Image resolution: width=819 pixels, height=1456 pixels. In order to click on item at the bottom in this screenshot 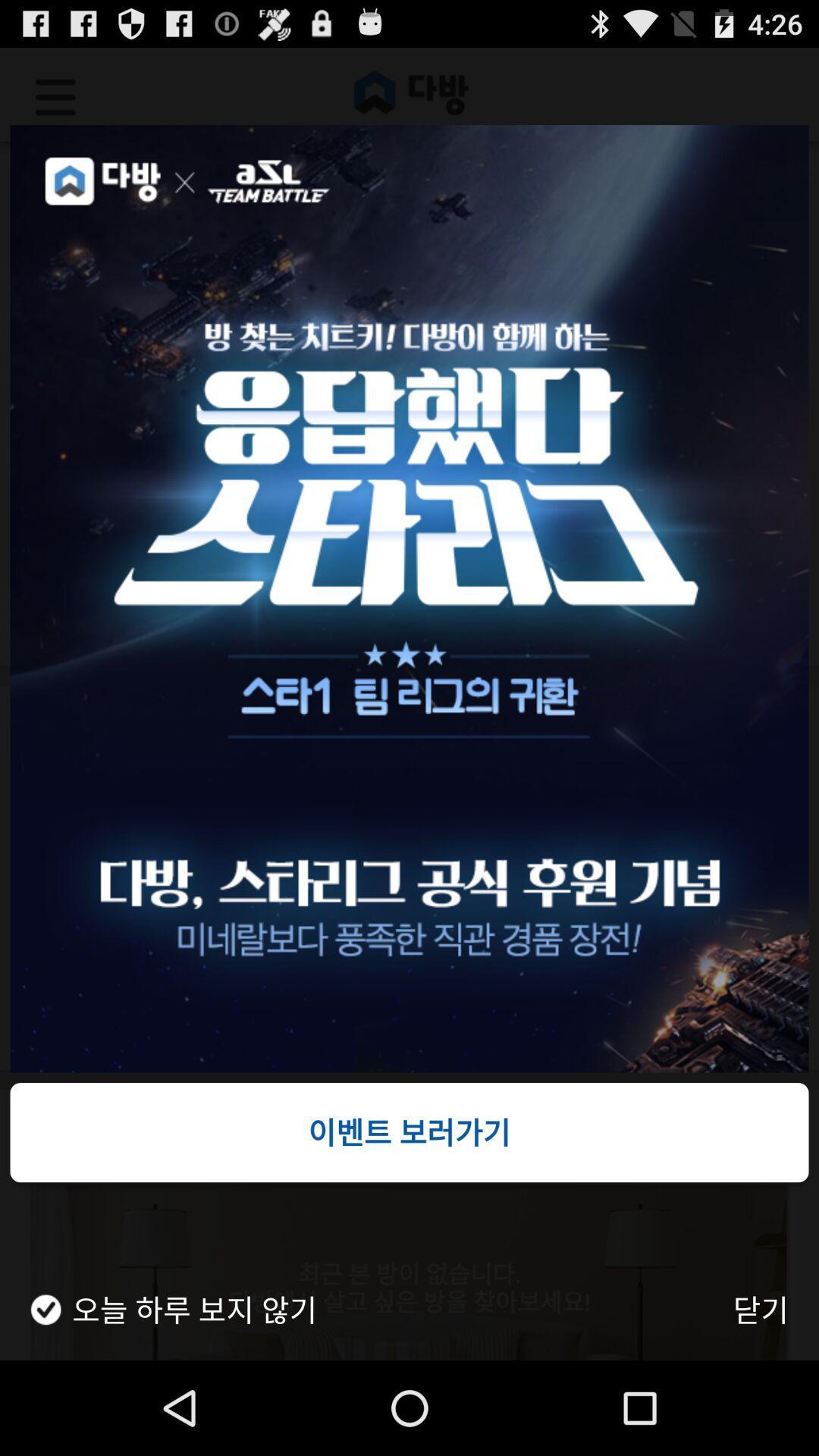, I will do `click(409, 1132)`.